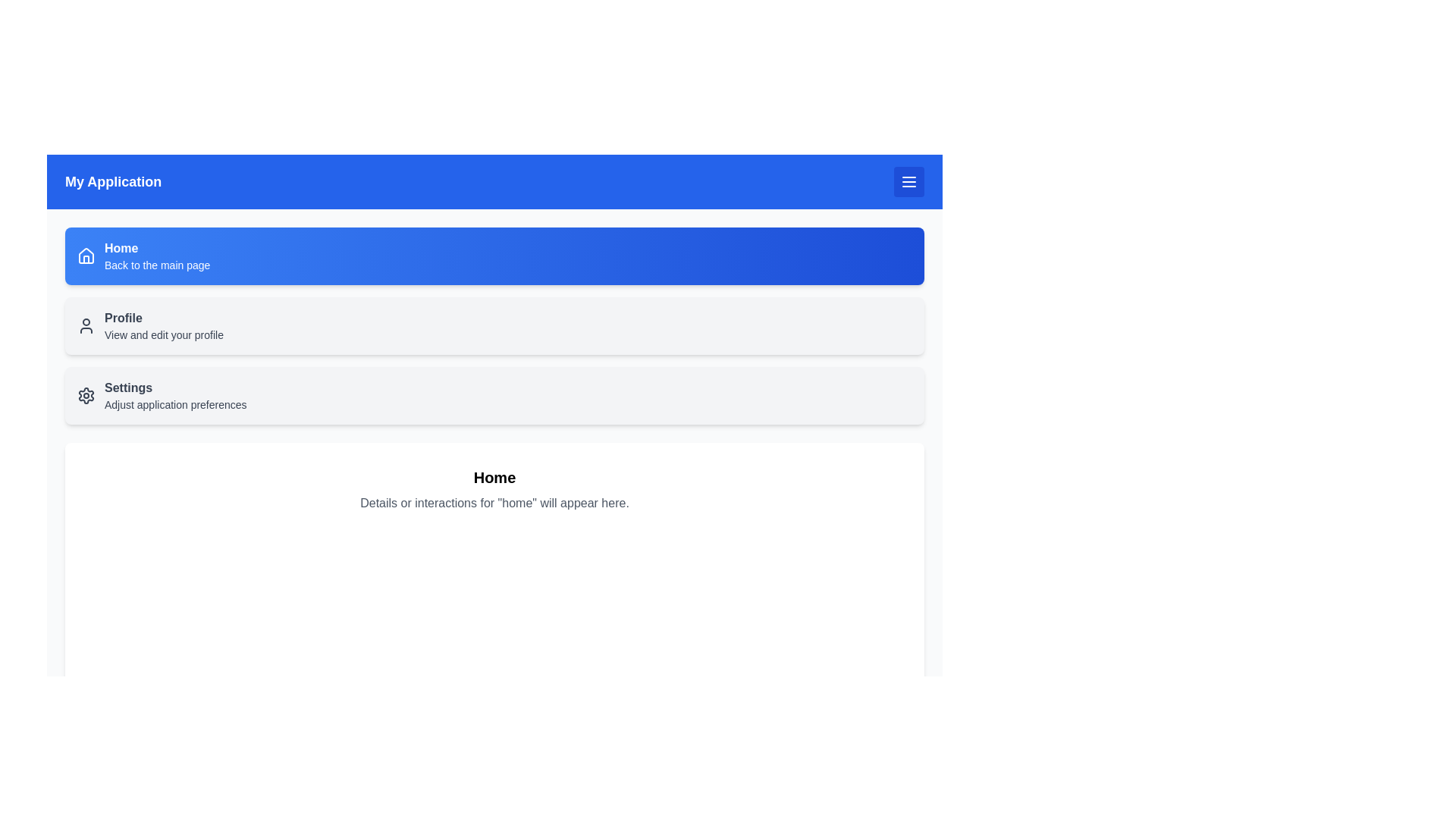 The height and width of the screenshot is (819, 1456). What do you see at coordinates (121, 247) in the screenshot?
I see `the 'Home' label text element, which indicates the current page or navigation item, positioned slightly to the right of the blue rectangle and above the 'Back to the main page' text` at bounding box center [121, 247].